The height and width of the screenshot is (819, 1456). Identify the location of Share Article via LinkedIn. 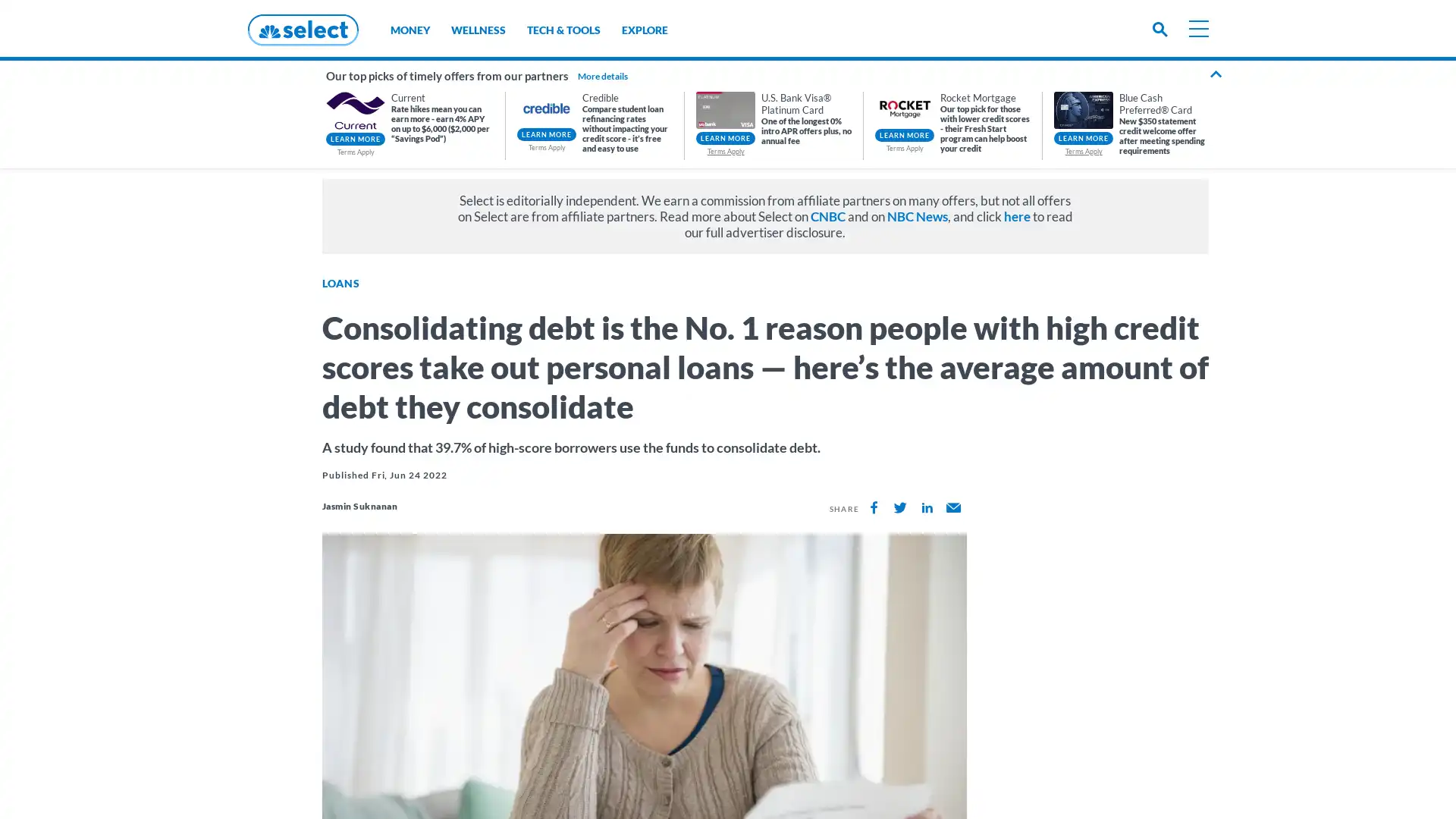
(925, 507).